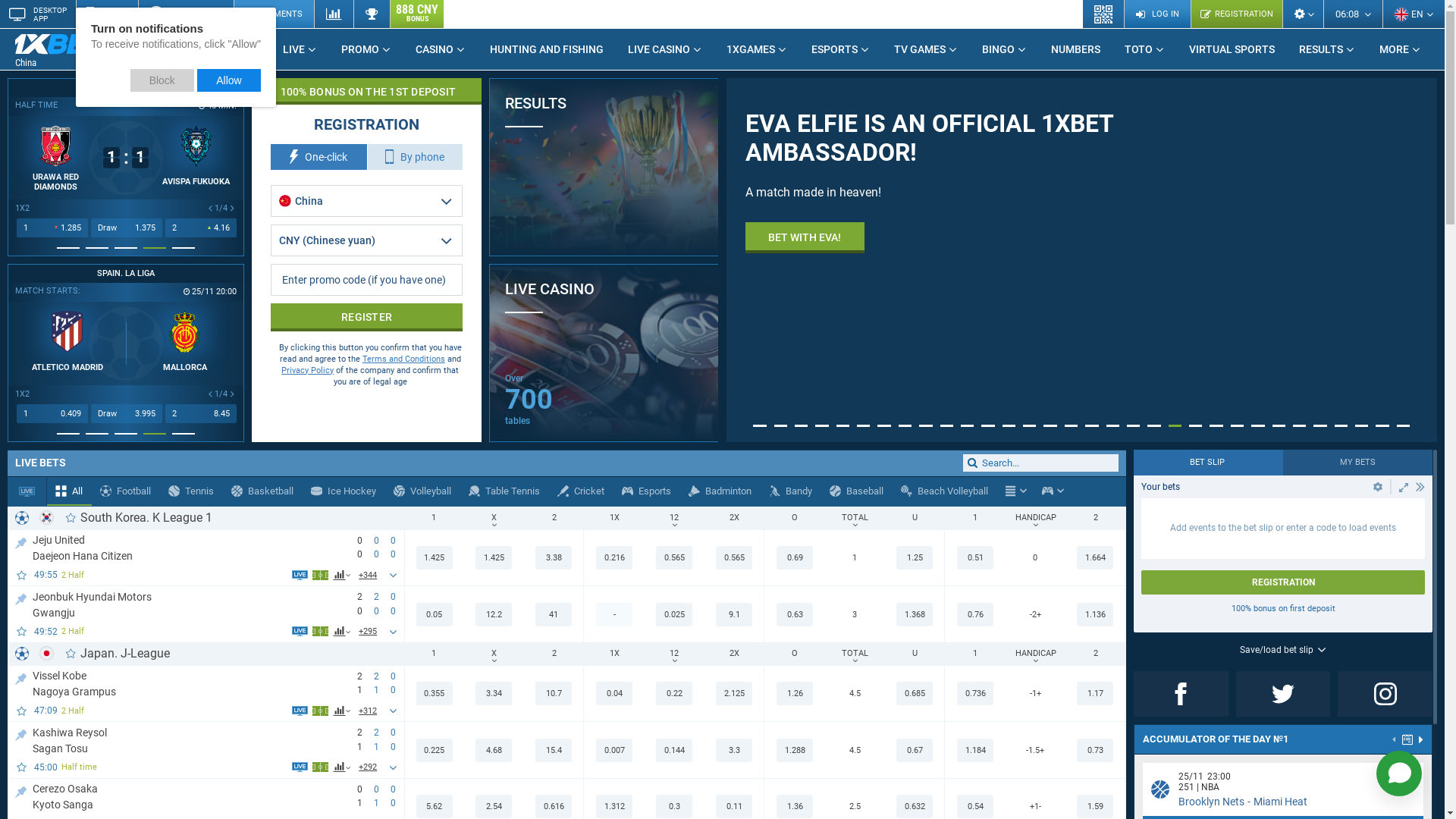 The image size is (1456, 819). What do you see at coordinates (615, 49) in the screenshot?
I see `'LIVE CASINO'` at bounding box center [615, 49].